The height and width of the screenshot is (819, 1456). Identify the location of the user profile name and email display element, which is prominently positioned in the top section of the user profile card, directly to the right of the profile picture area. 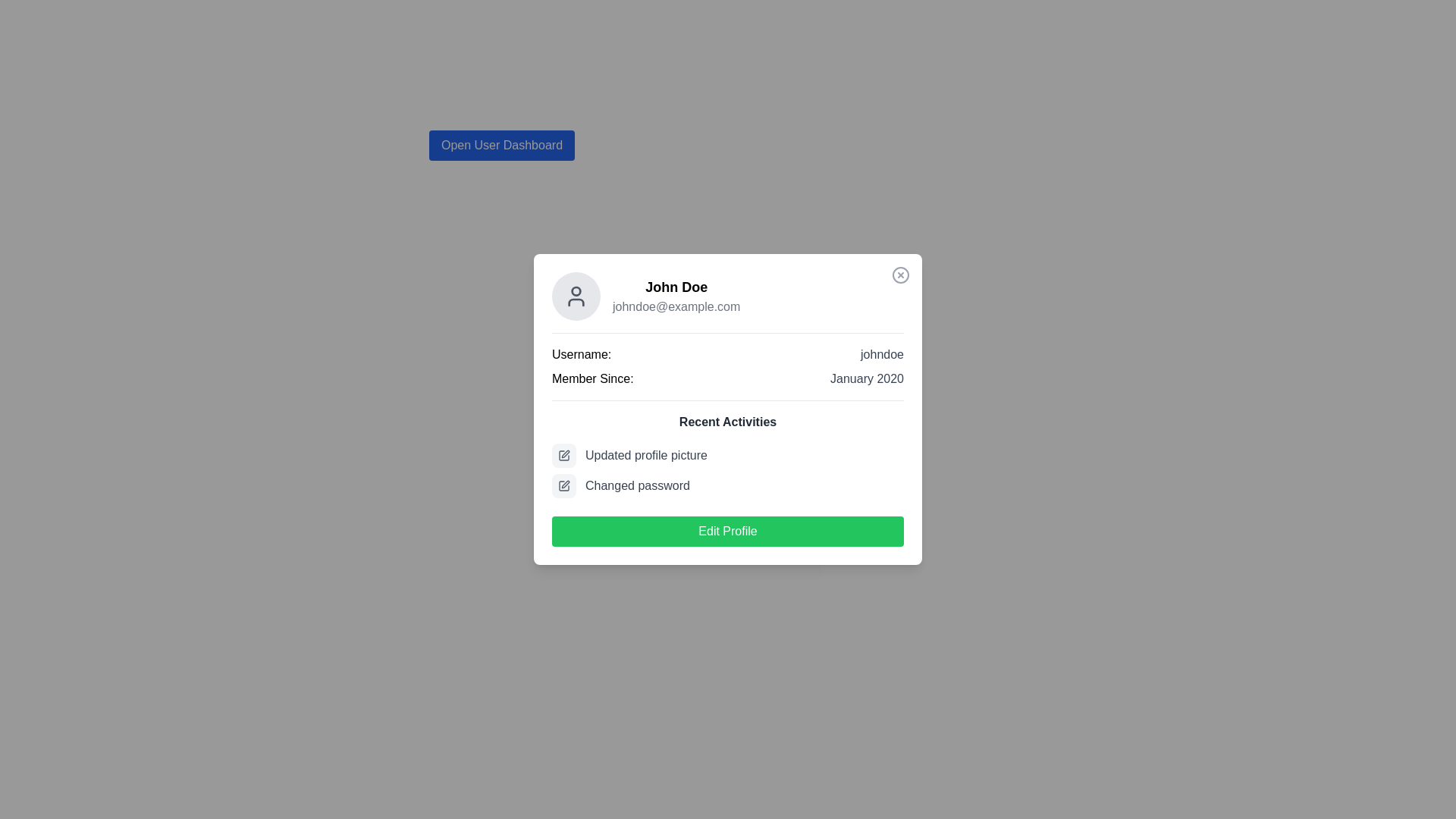
(676, 296).